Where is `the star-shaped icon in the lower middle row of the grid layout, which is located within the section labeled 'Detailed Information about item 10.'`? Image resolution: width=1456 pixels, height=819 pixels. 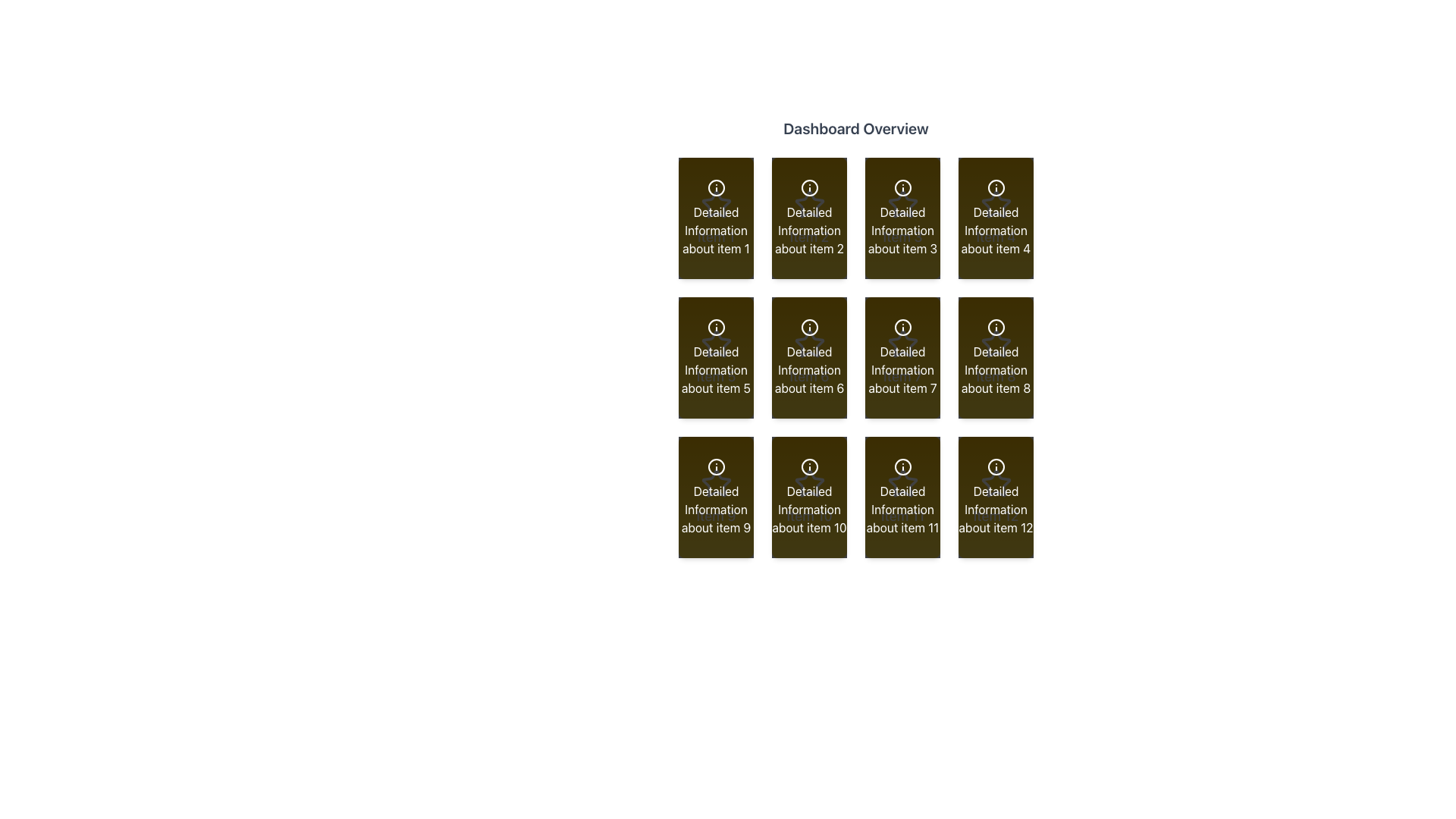
the star-shaped icon in the lower middle row of the grid layout, which is located within the section labeled 'Detailed Information about item 10.' is located at coordinates (808, 483).